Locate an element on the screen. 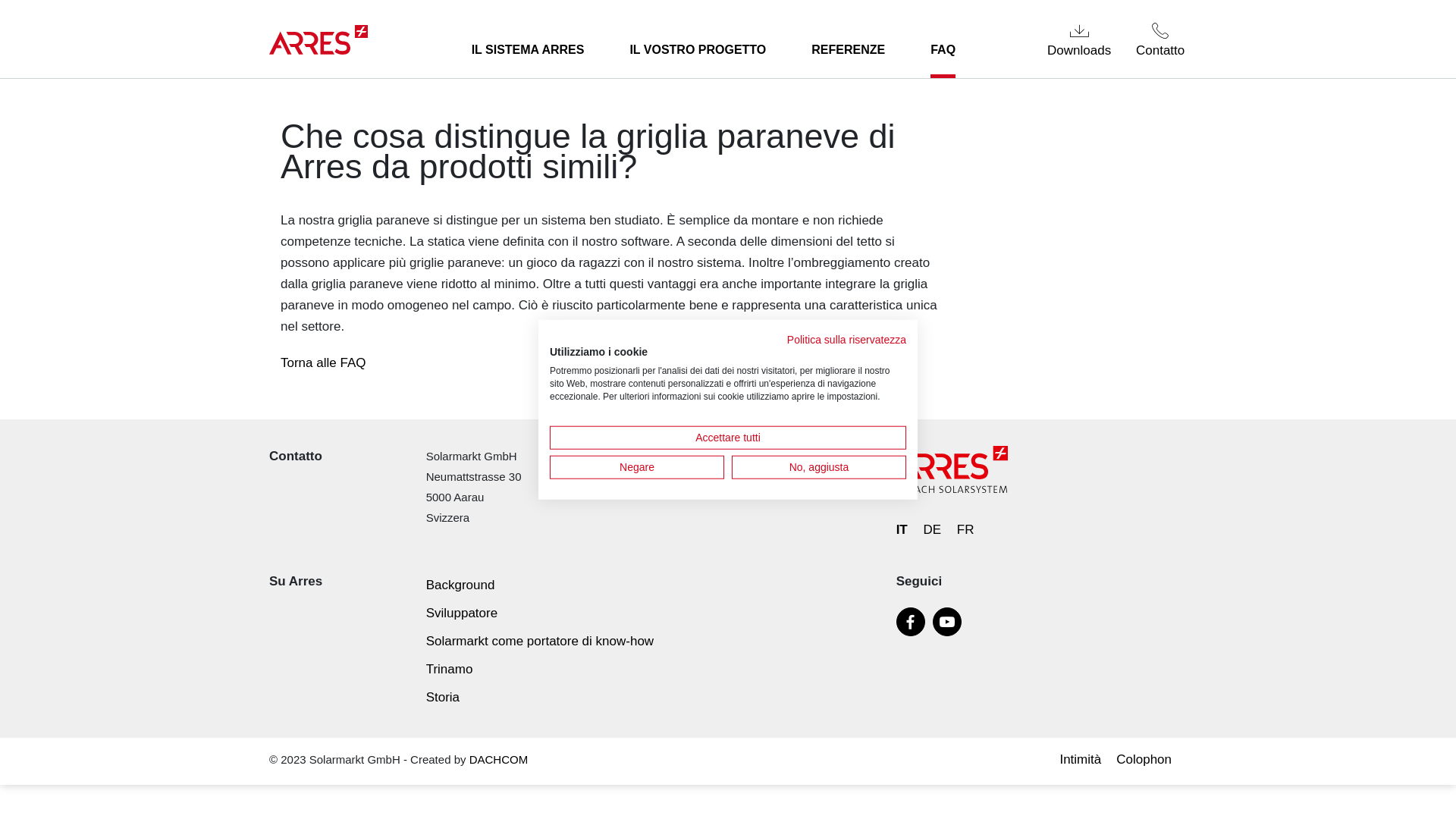 The width and height of the screenshot is (1456, 819). 'DE' is located at coordinates (922, 529).